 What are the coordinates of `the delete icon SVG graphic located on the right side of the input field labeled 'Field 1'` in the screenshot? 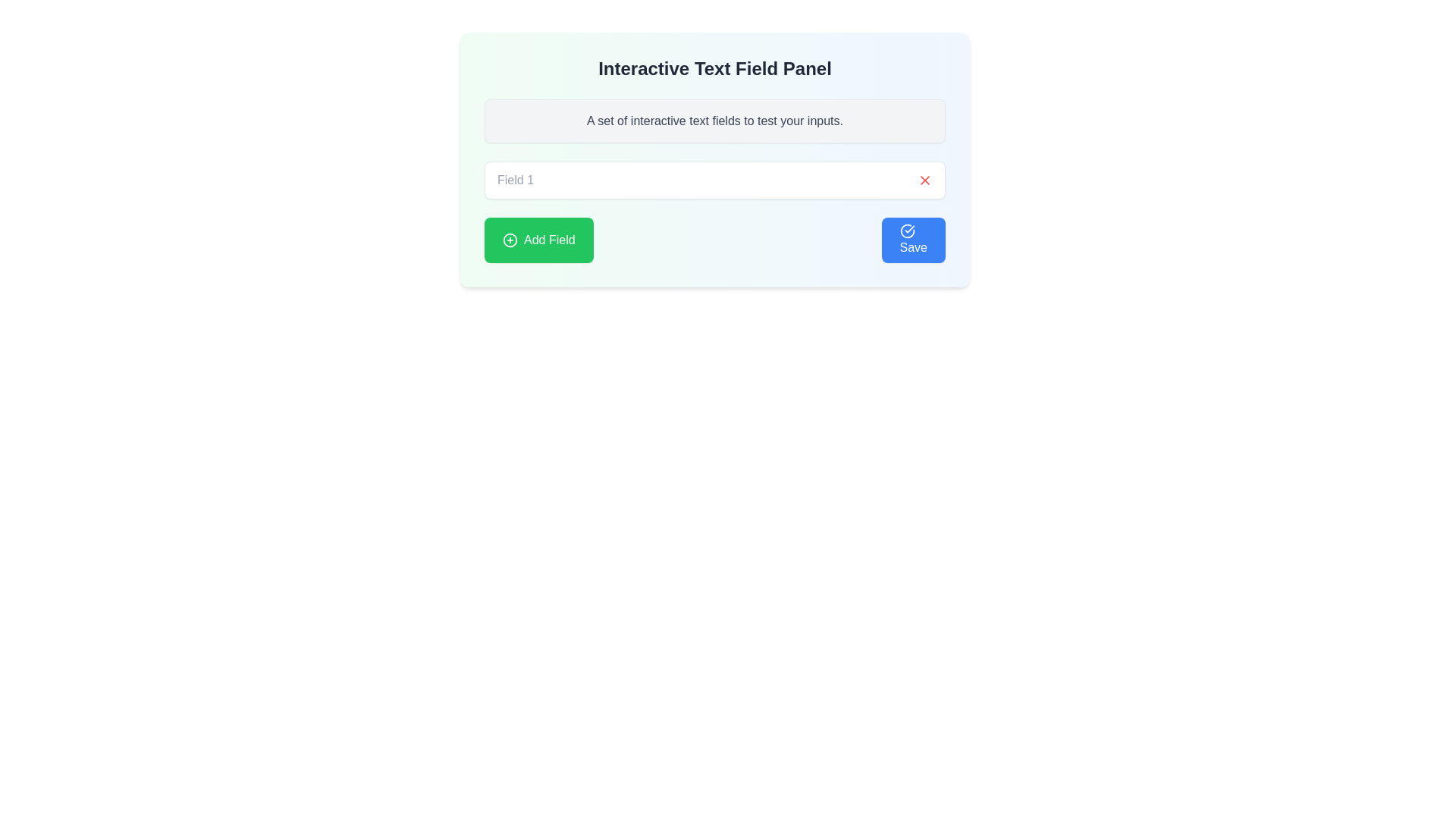 It's located at (924, 180).